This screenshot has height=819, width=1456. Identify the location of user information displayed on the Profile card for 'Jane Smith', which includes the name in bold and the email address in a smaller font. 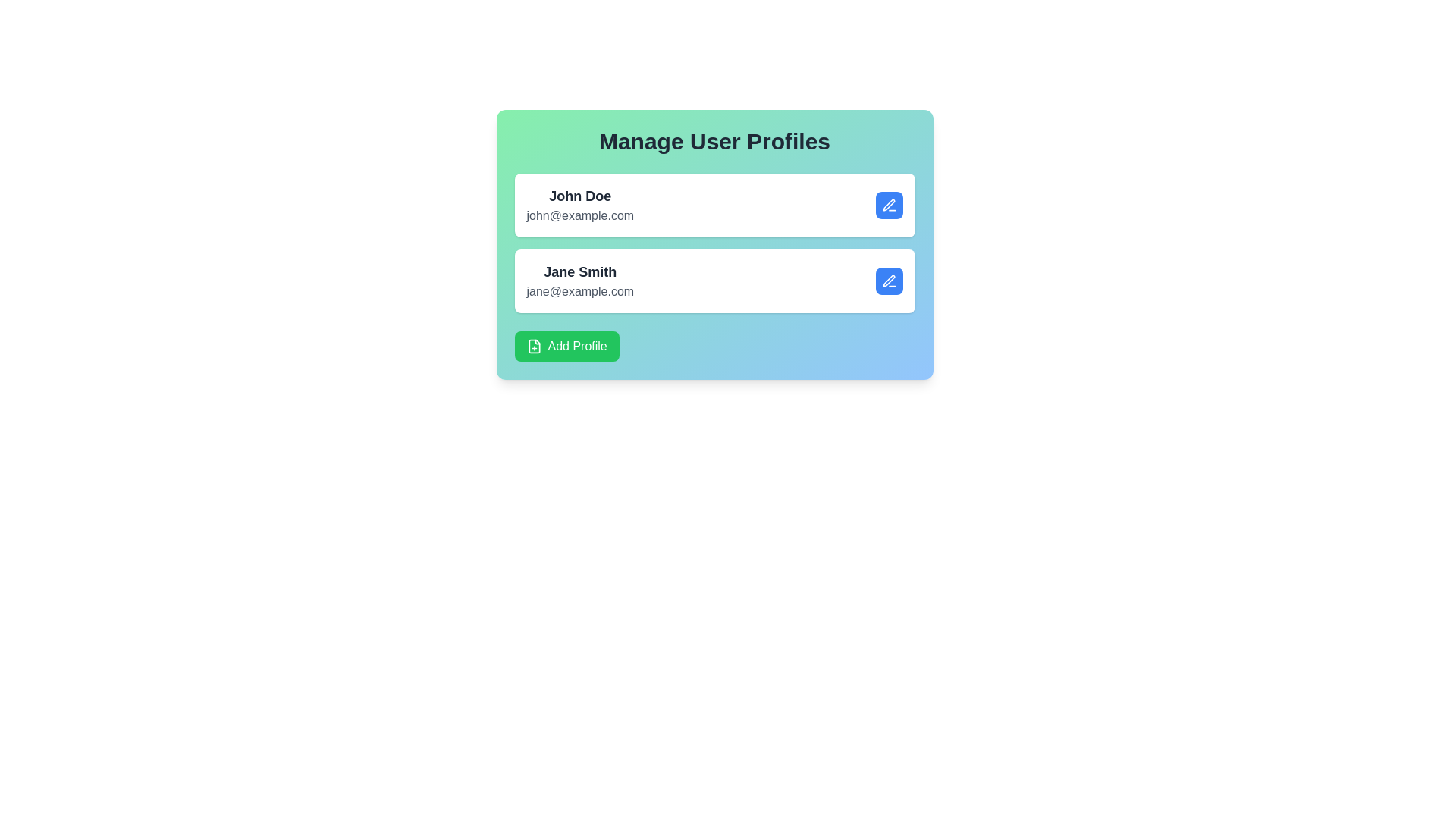
(714, 281).